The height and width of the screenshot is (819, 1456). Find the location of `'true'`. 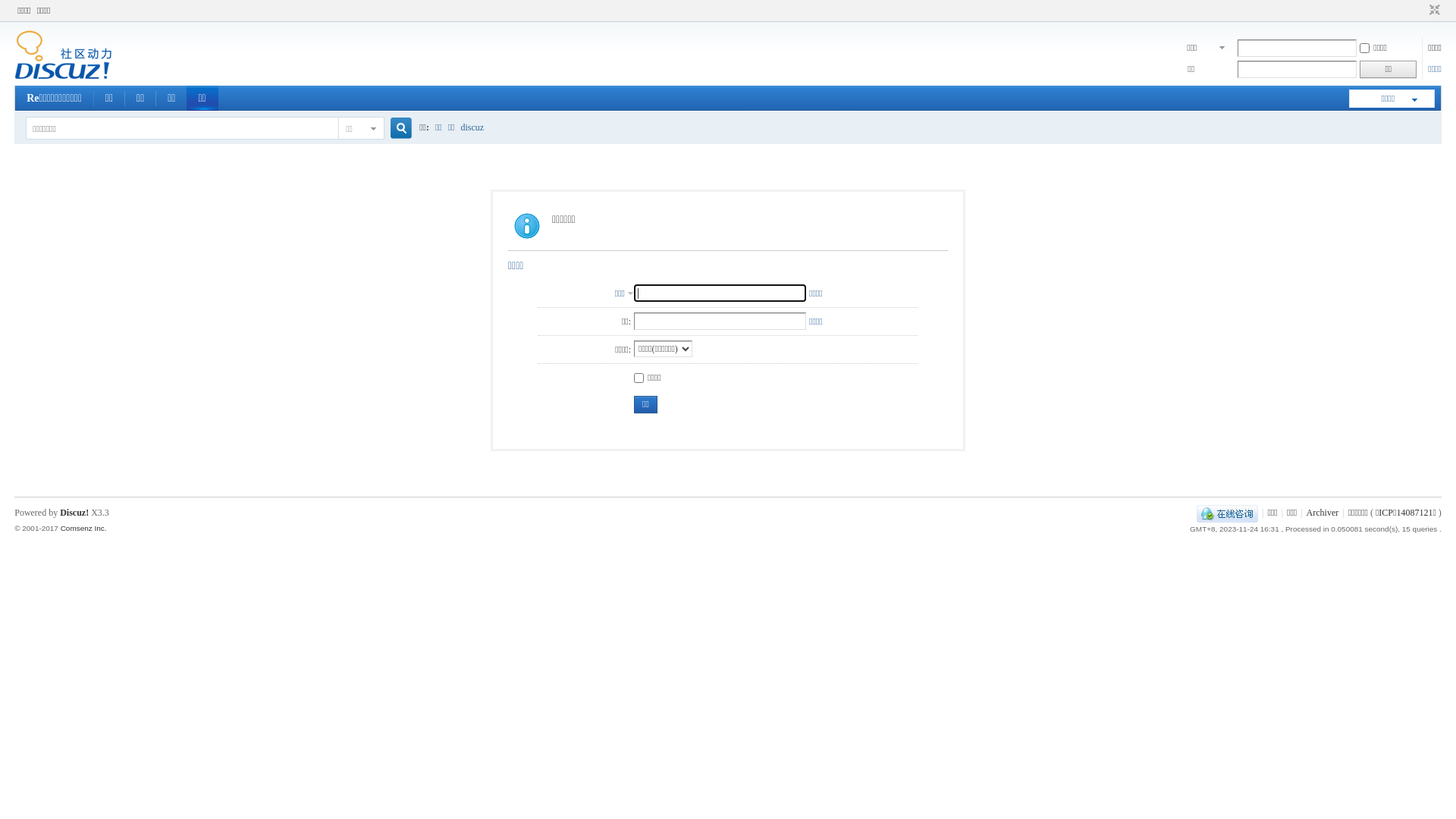

'true' is located at coordinates (395, 127).